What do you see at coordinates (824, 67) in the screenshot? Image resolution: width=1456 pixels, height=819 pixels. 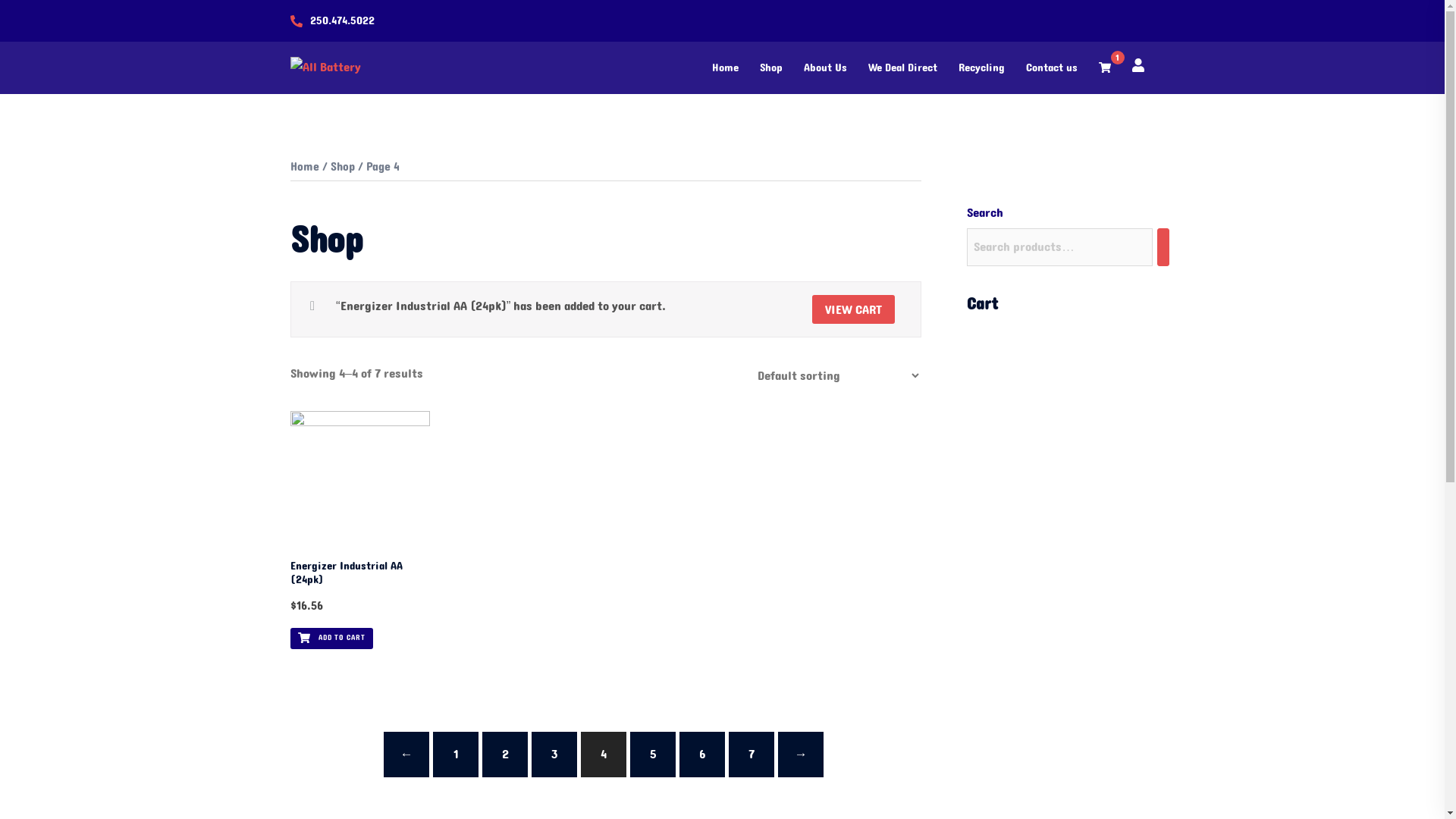 I see `'About Us'` at bounding box center [824, 67].